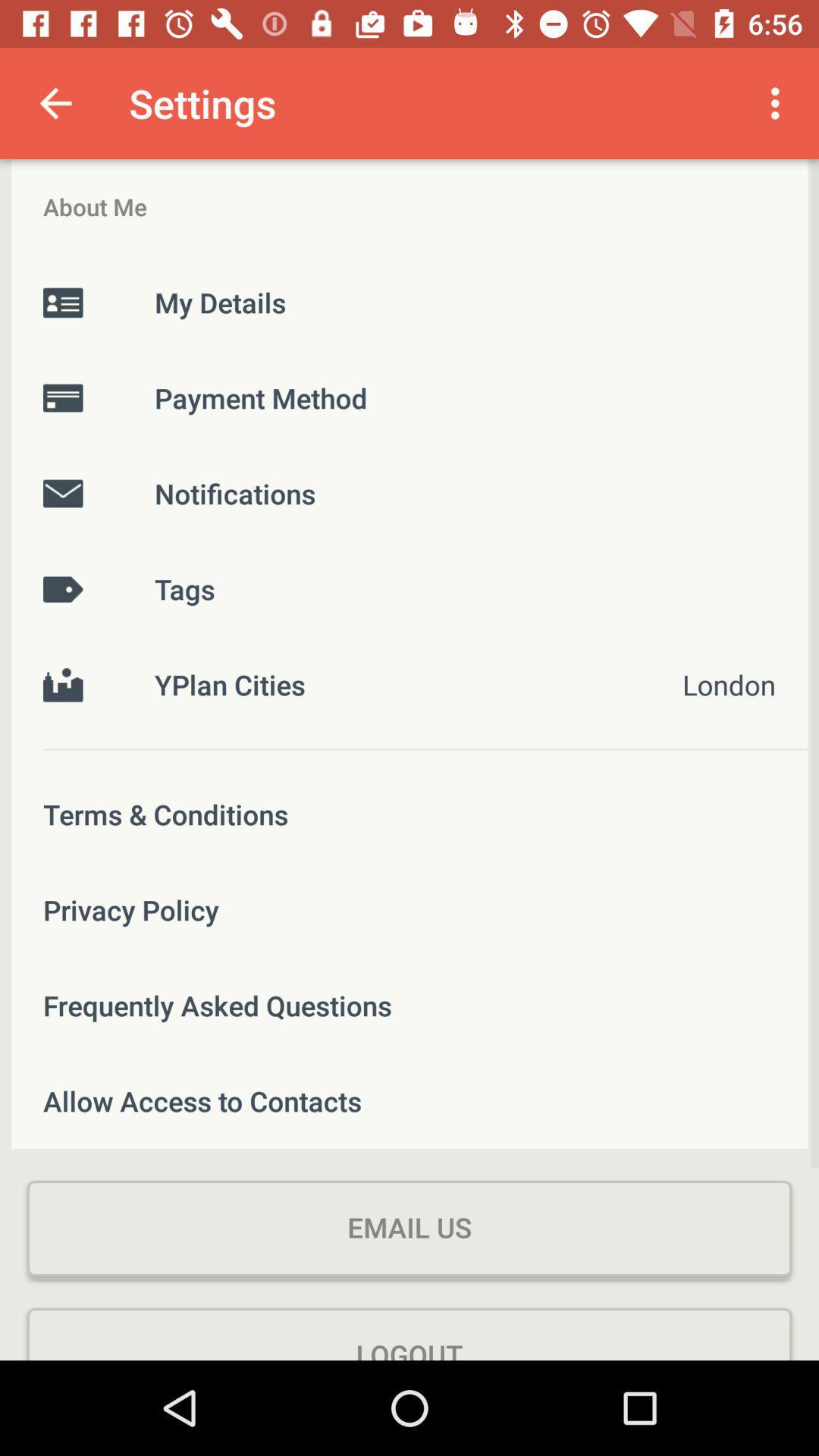  I want to click on the item above the notifications, so click(409, 397).